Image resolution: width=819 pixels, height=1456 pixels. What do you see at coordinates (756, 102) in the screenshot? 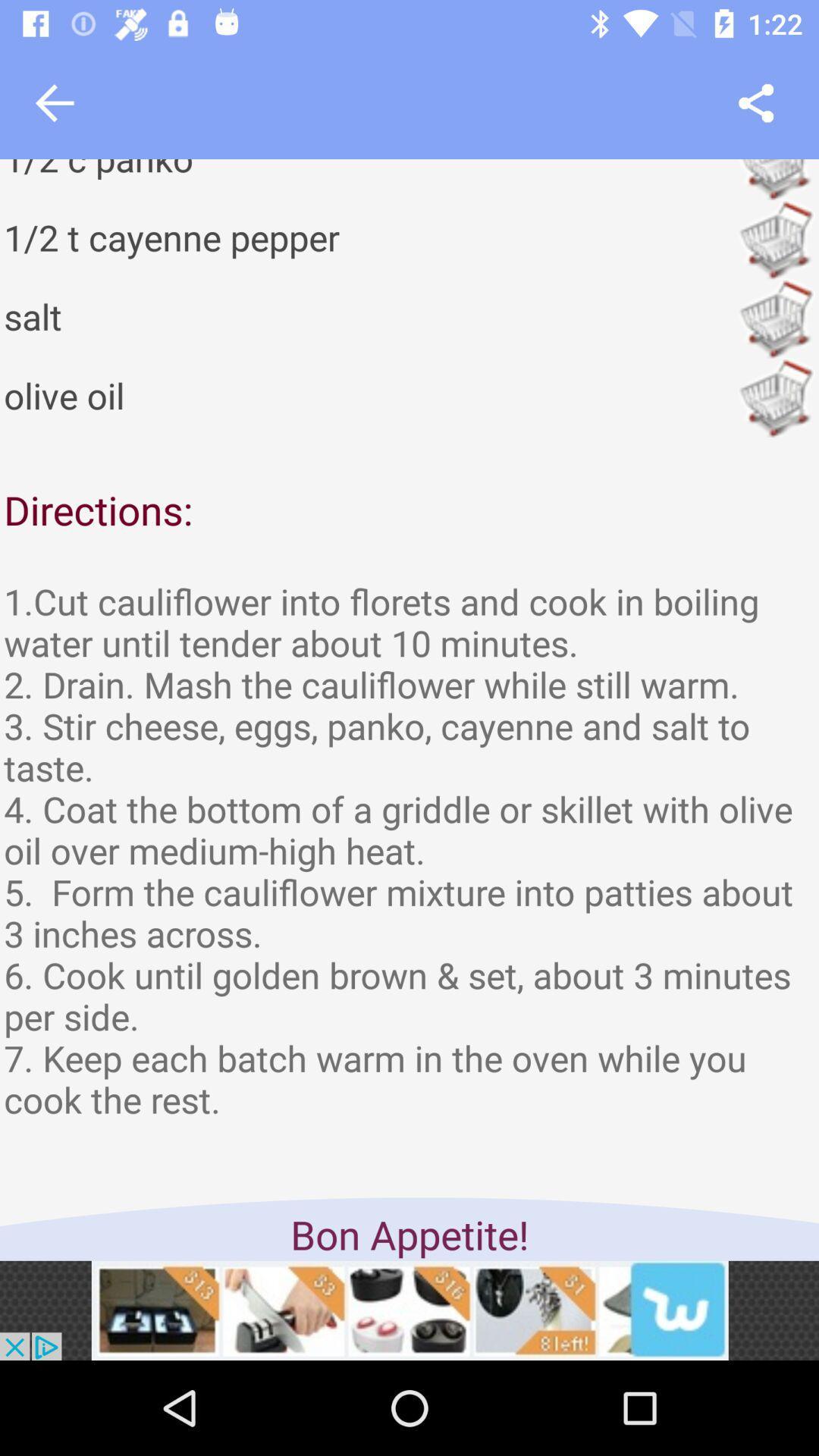
I see `share the article` at bounding box center [756, 102].